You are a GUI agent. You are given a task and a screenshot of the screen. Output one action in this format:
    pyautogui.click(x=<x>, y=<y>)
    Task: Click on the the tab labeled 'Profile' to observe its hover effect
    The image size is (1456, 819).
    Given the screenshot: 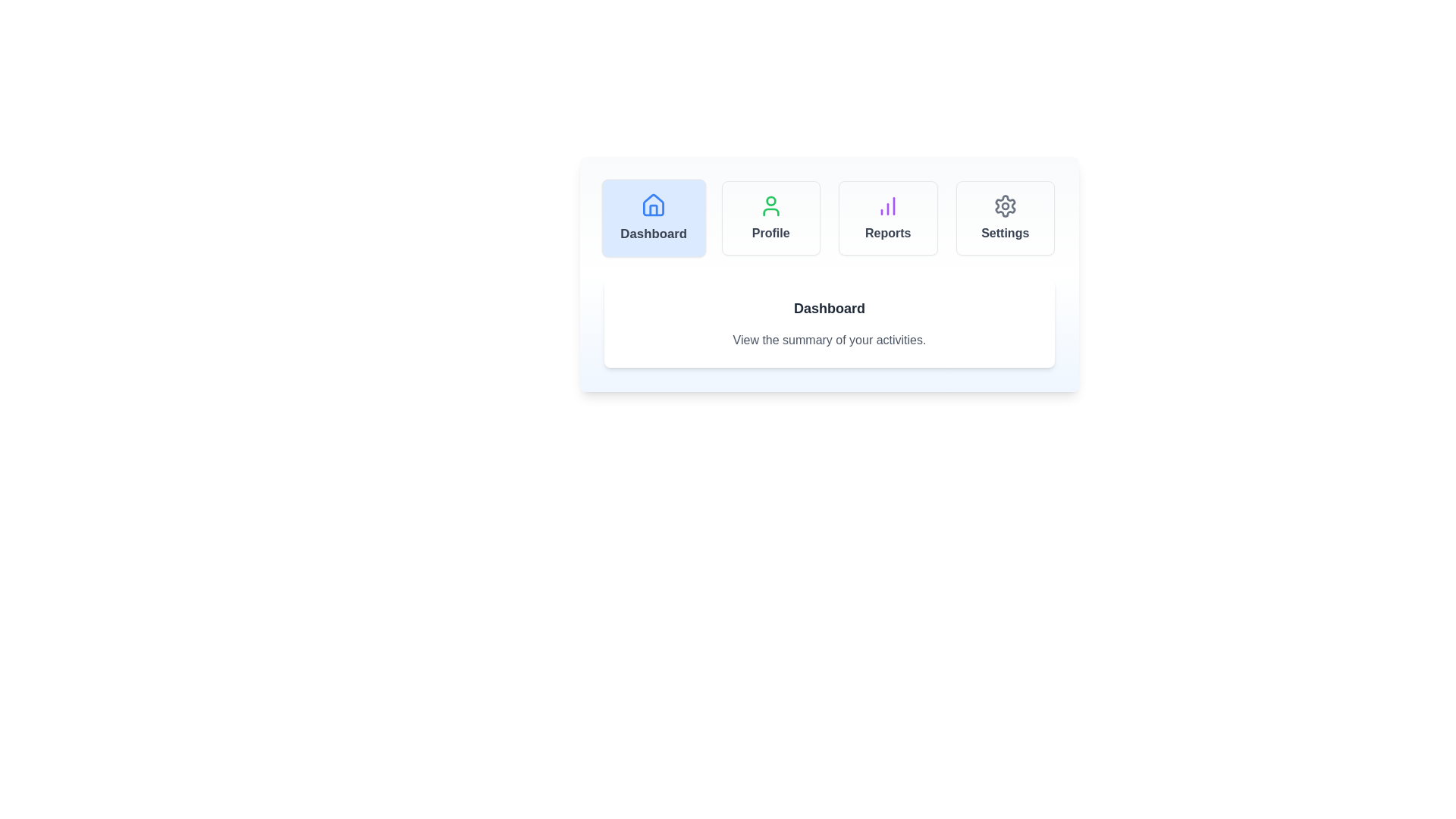 What is the action you would take?
    pyautogui.click(x=770, y=218)
    